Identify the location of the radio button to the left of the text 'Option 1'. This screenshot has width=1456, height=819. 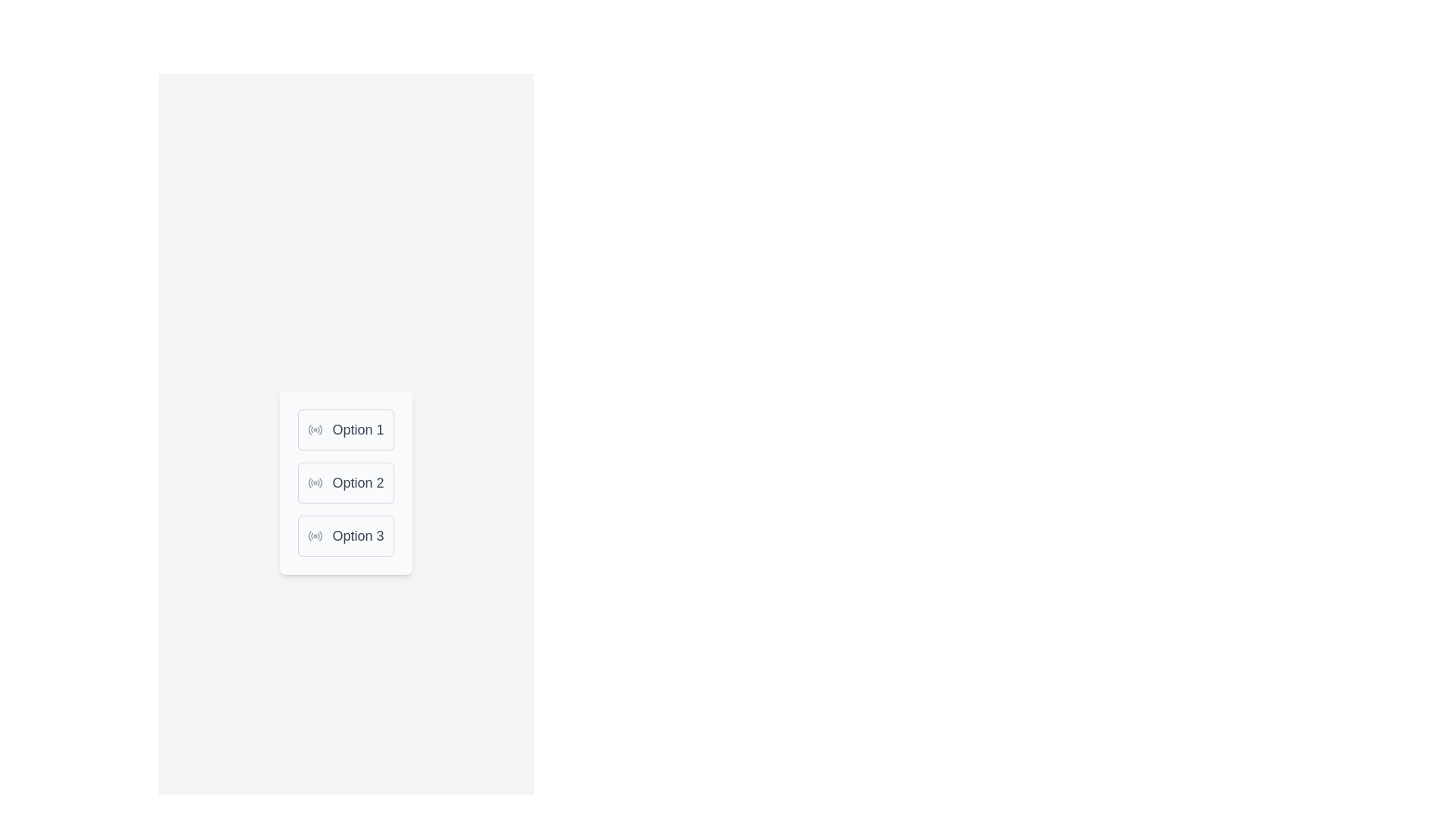
(315, 430).